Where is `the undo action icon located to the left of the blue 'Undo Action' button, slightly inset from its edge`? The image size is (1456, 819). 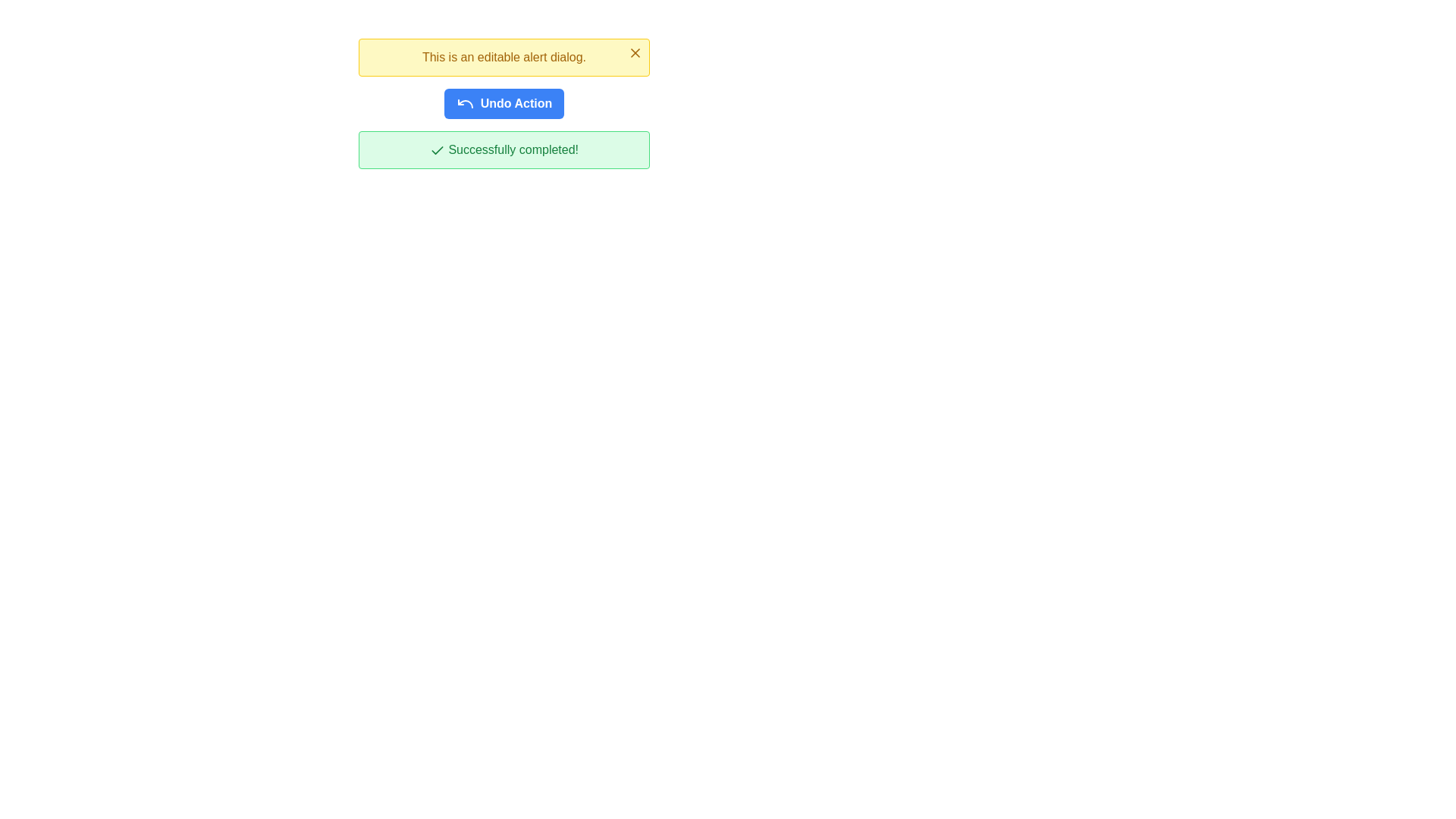
the undo action icon located to the left of the blue 'Undo Action' button, slightly inset from its edge is located at coordinates (464, 103).